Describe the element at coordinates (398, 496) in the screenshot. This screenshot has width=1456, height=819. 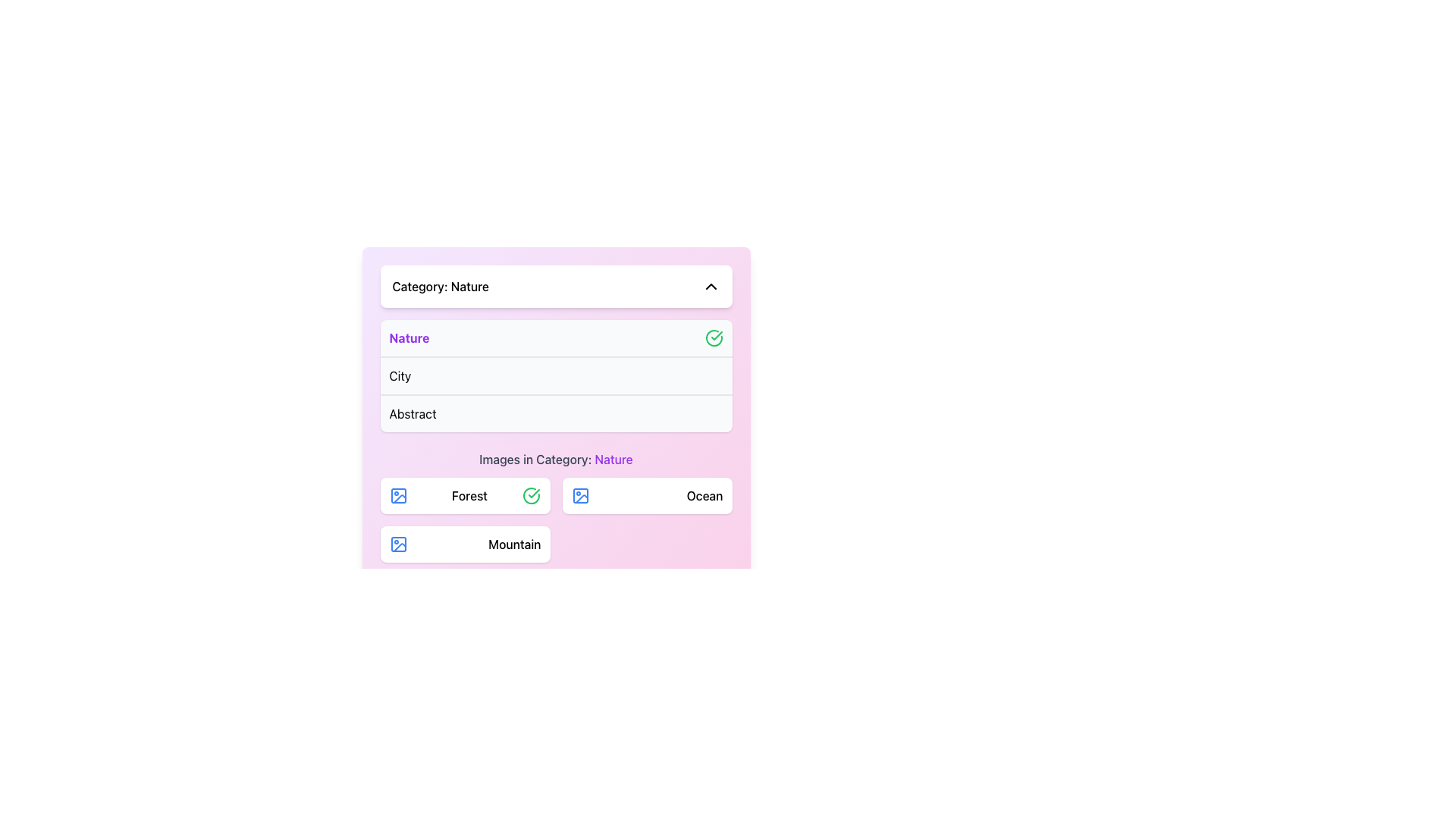
I see `the blue outlined icon representing an image located to the left of the 'Forest' label in the 'Images in Category: Nature' section` at that location.